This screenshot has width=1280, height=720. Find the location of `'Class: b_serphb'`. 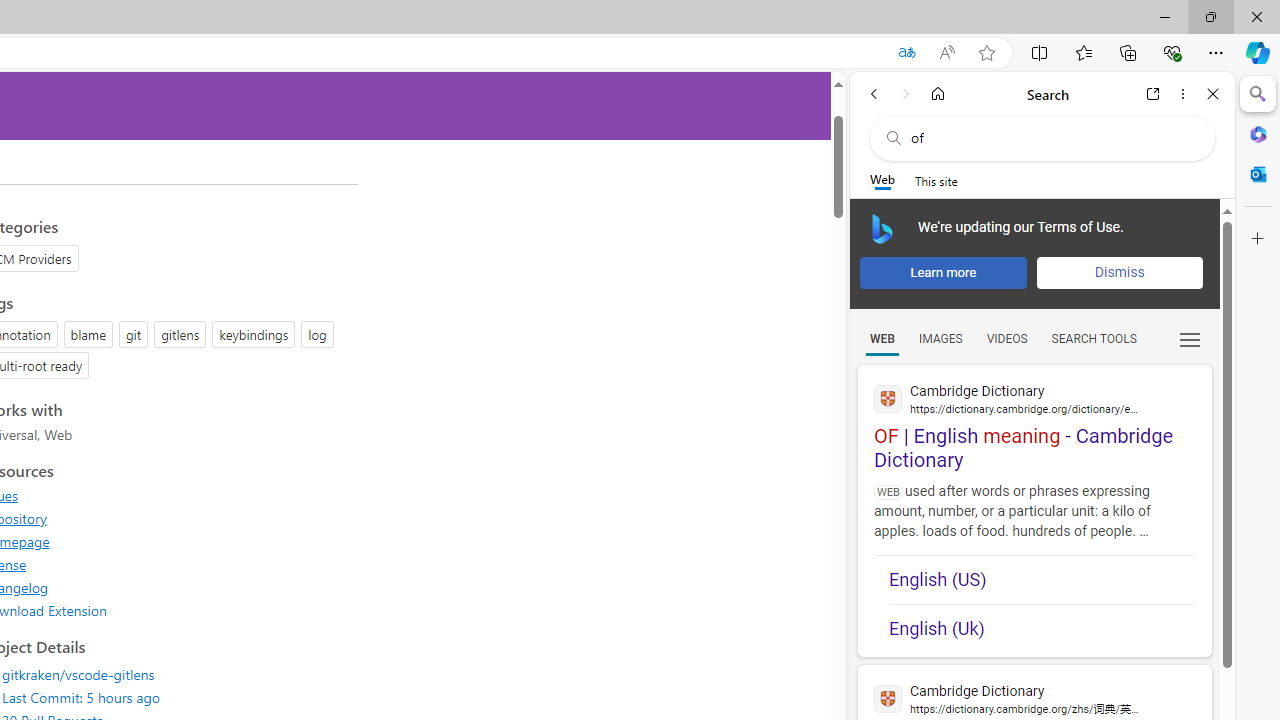

'Class: b_serphb' is located at coordinates (1190, 338).